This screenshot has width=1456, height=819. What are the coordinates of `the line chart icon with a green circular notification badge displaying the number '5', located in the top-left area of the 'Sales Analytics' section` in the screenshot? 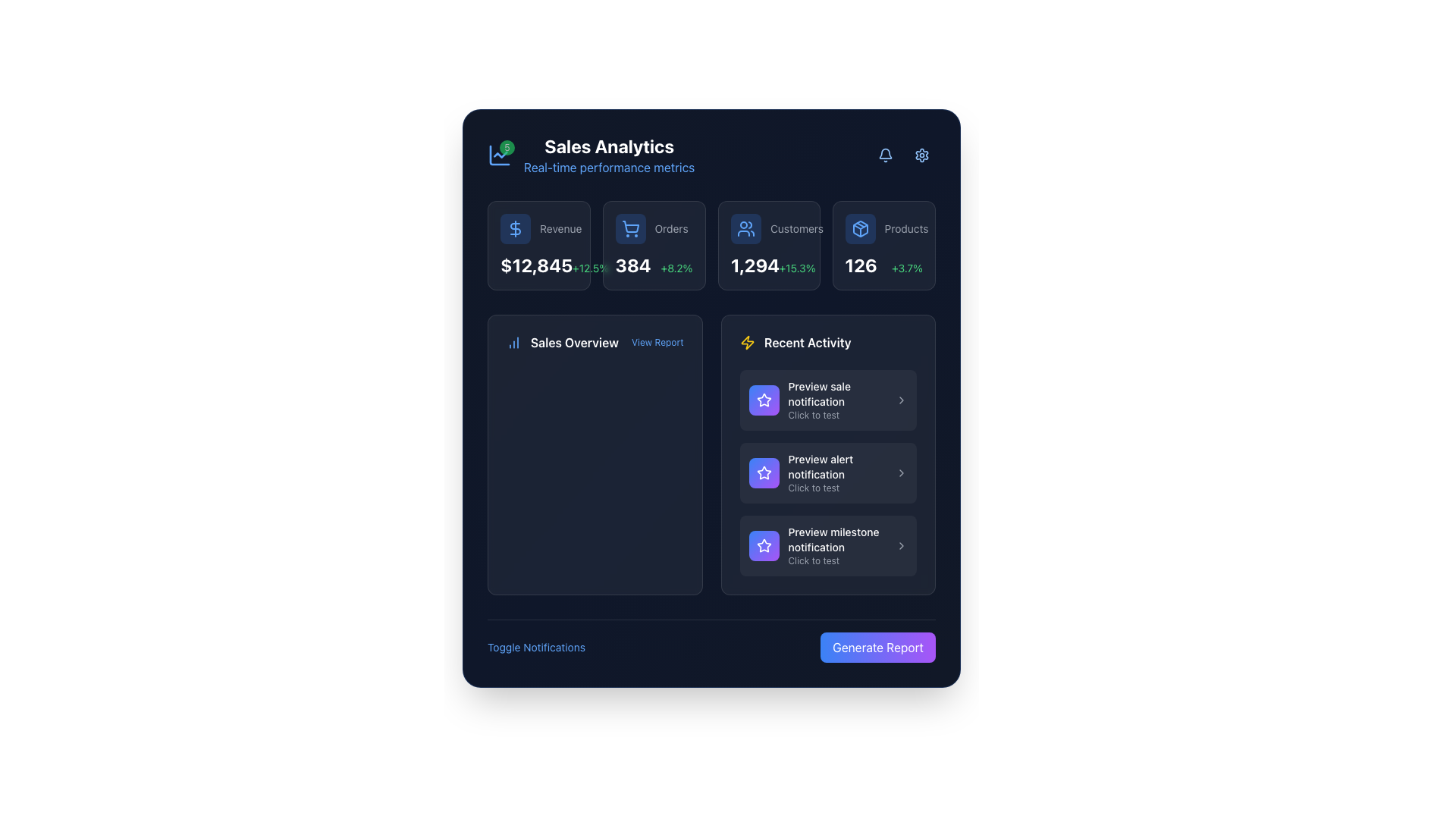 It's located at (499, 155).